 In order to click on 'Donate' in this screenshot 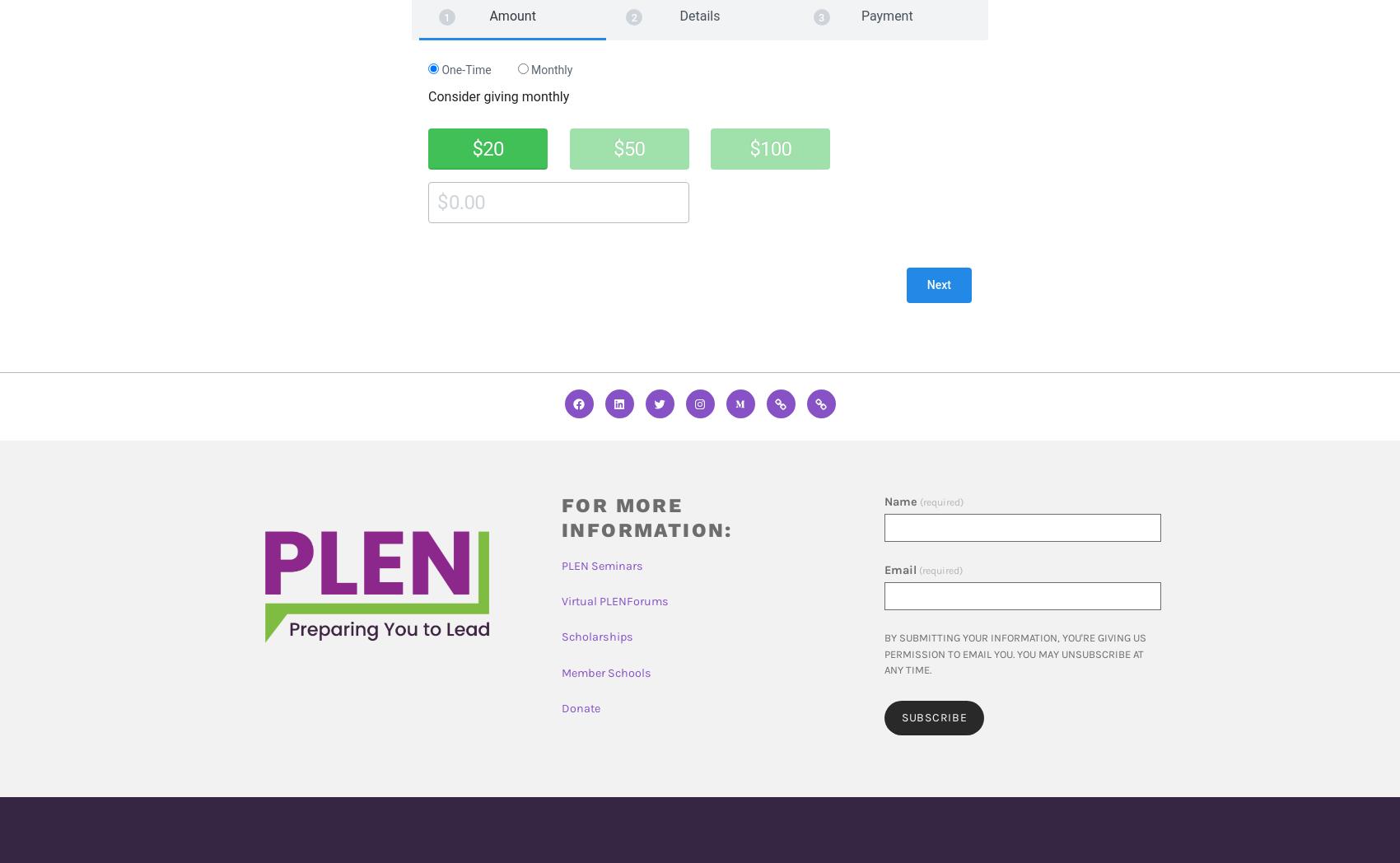, I will do `click(562, 707)`.